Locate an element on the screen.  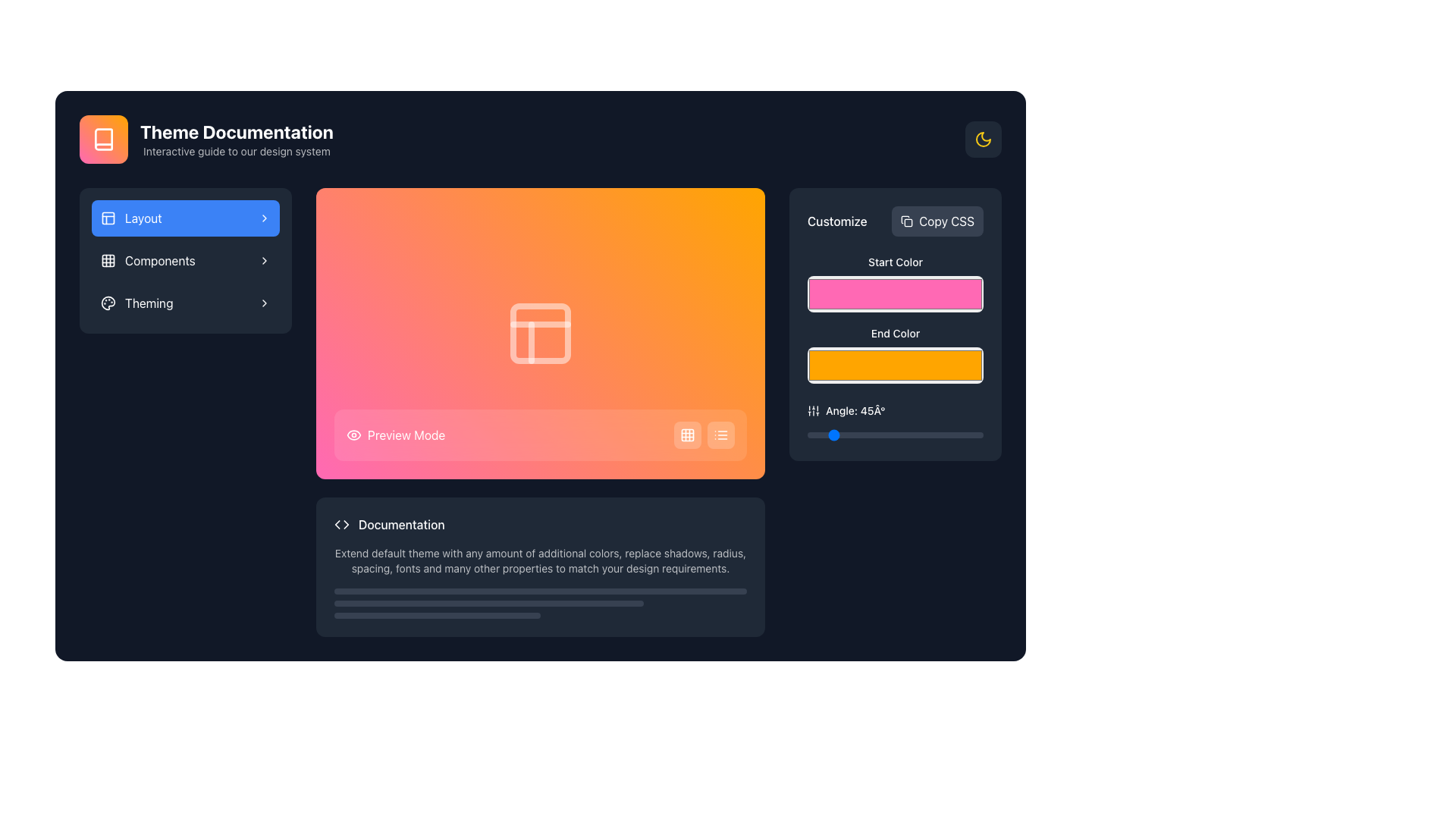
the grid icon button with a modern and minimalistic design located at the bottom right corner of the gradient preview area is located at coordinates (687, 435).